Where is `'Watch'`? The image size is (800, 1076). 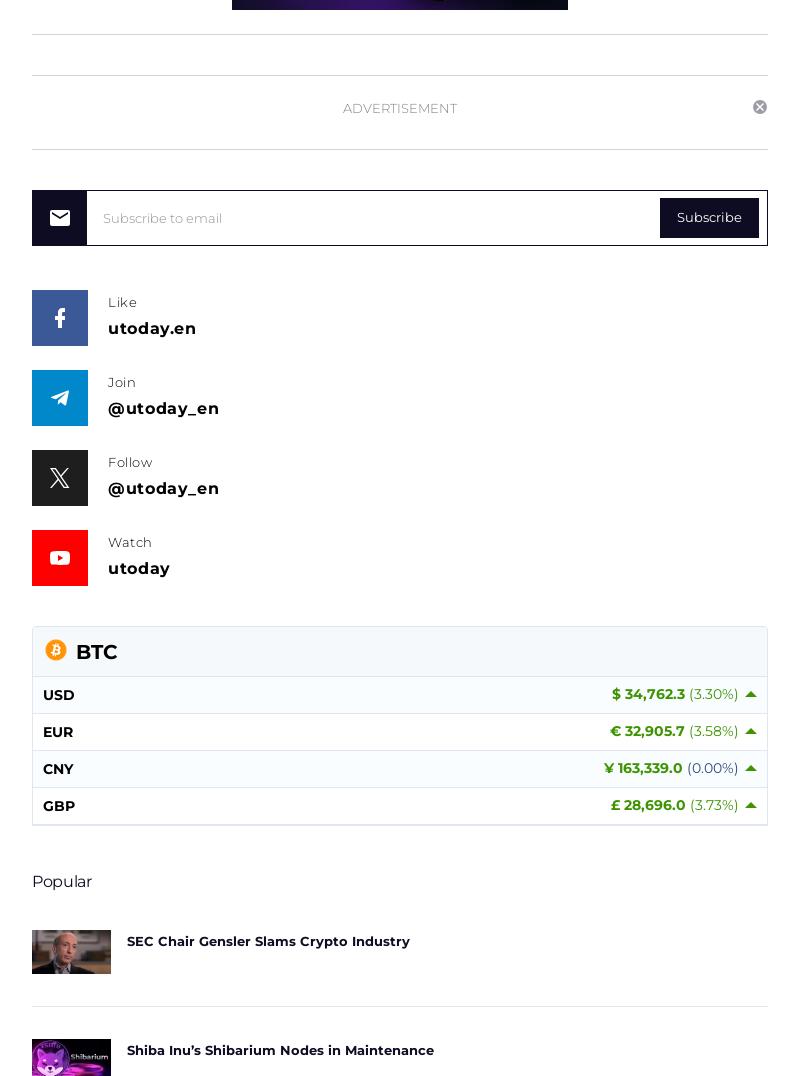
'Watch' is located at coordinates (129, 540).